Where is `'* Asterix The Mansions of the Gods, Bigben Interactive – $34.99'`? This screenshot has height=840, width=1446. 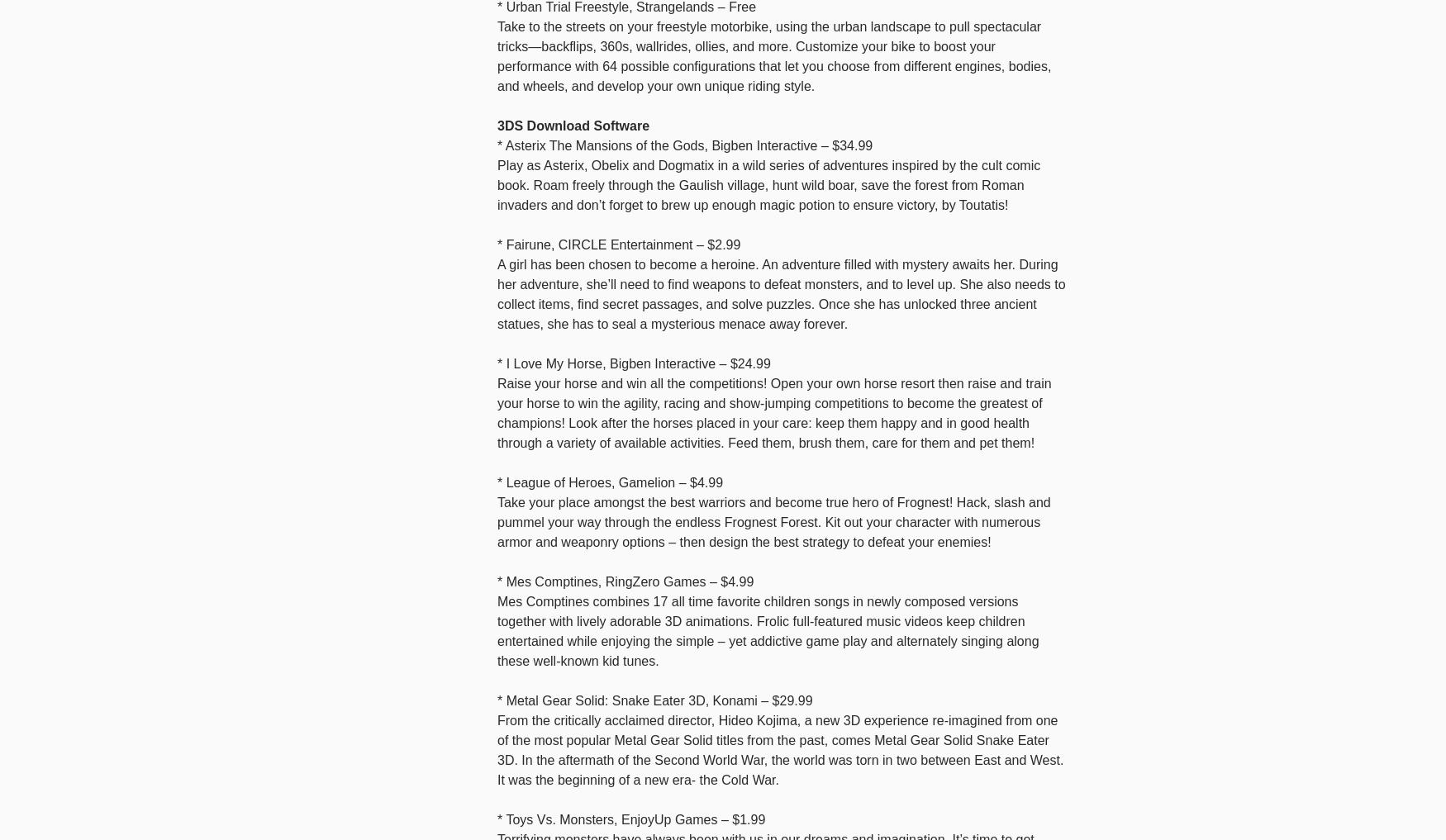
'* Asterix The Mansions of the Gods, Bigben Interactive – $34.99' is located at coordinates (684, 145).